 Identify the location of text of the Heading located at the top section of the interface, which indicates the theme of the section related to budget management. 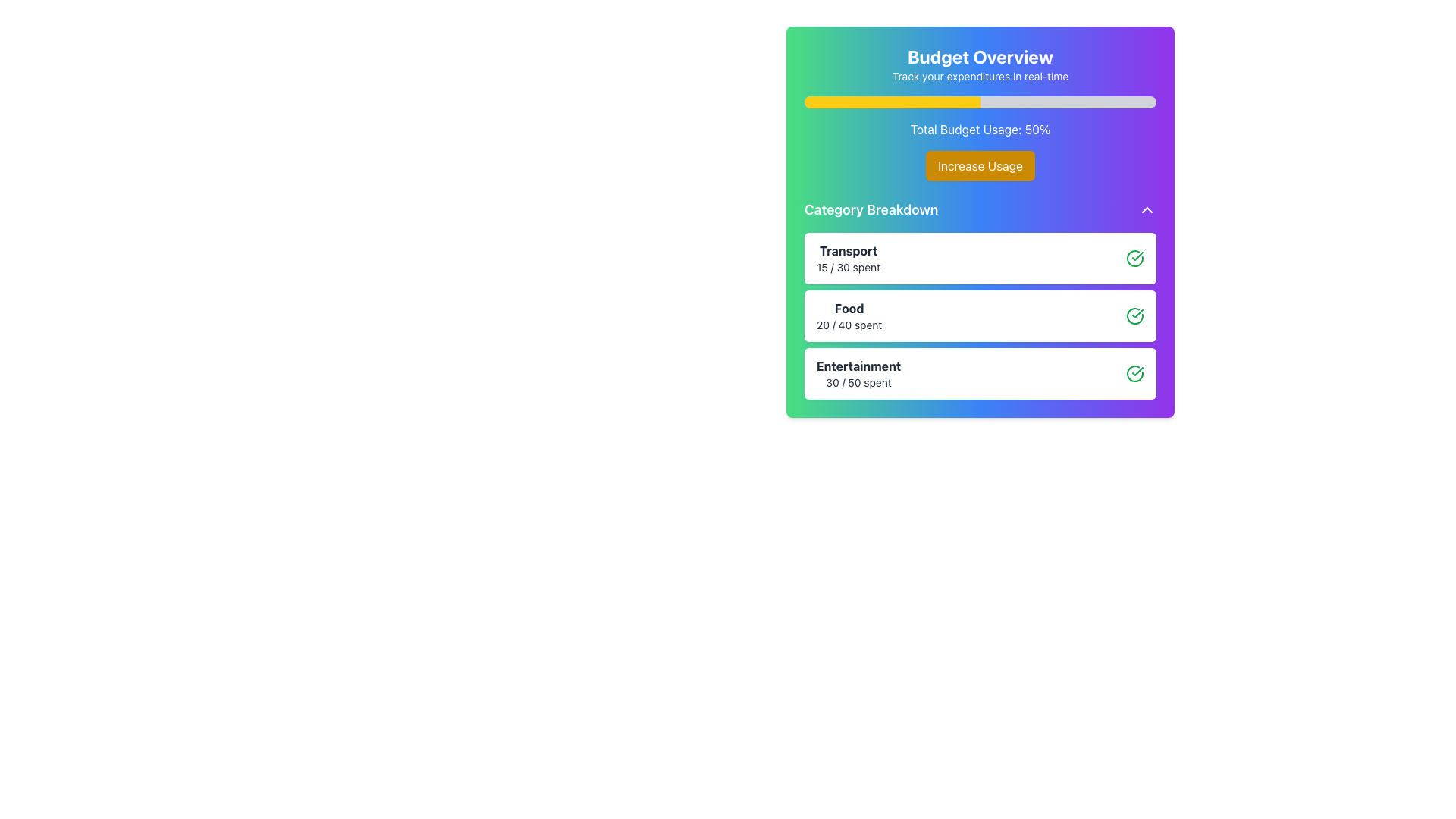
(980, 55).